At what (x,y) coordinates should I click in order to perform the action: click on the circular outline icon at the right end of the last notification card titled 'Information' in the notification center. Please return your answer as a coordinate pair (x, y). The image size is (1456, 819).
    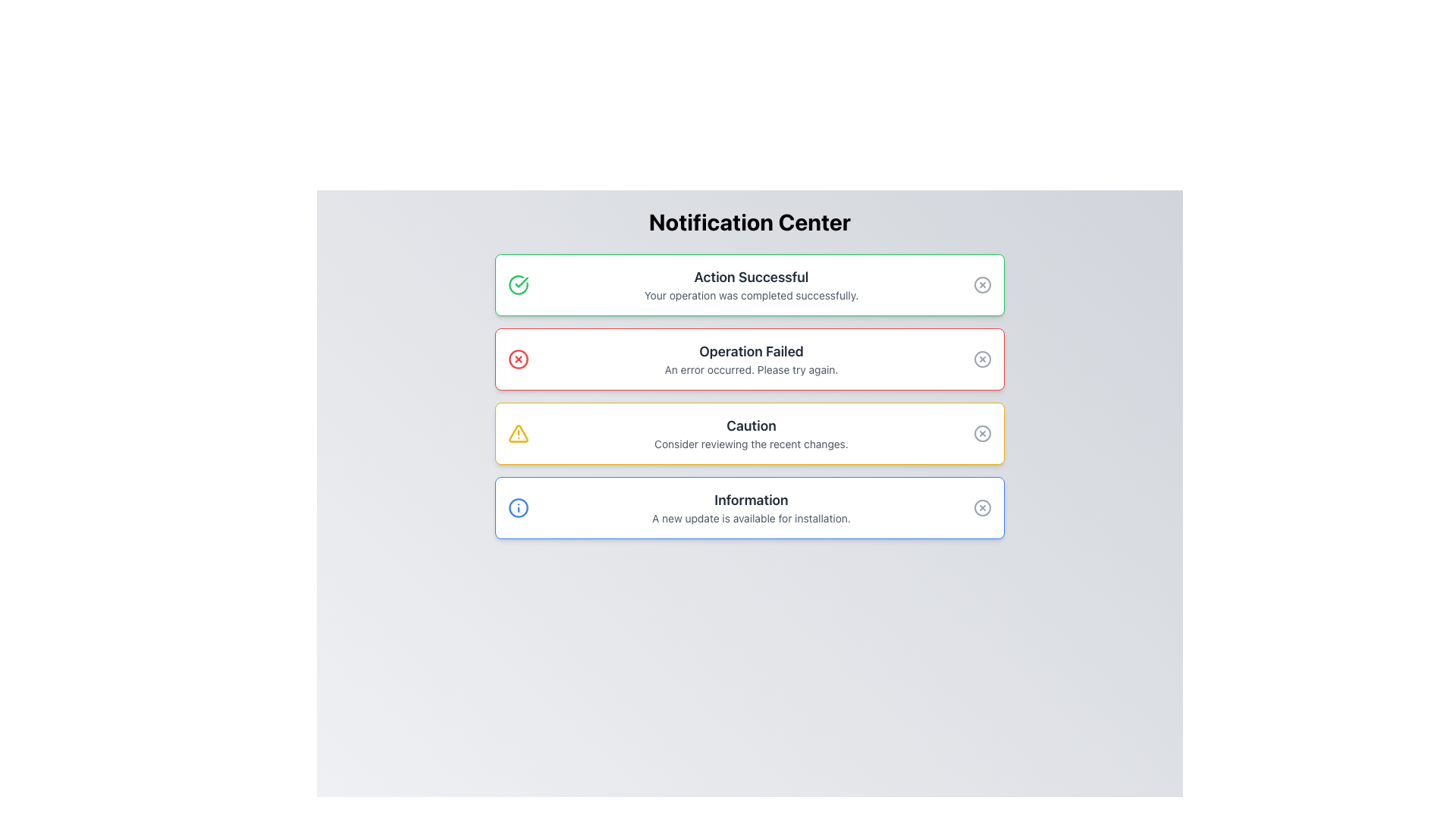
    Looking at the image, I should click on (983, 508).